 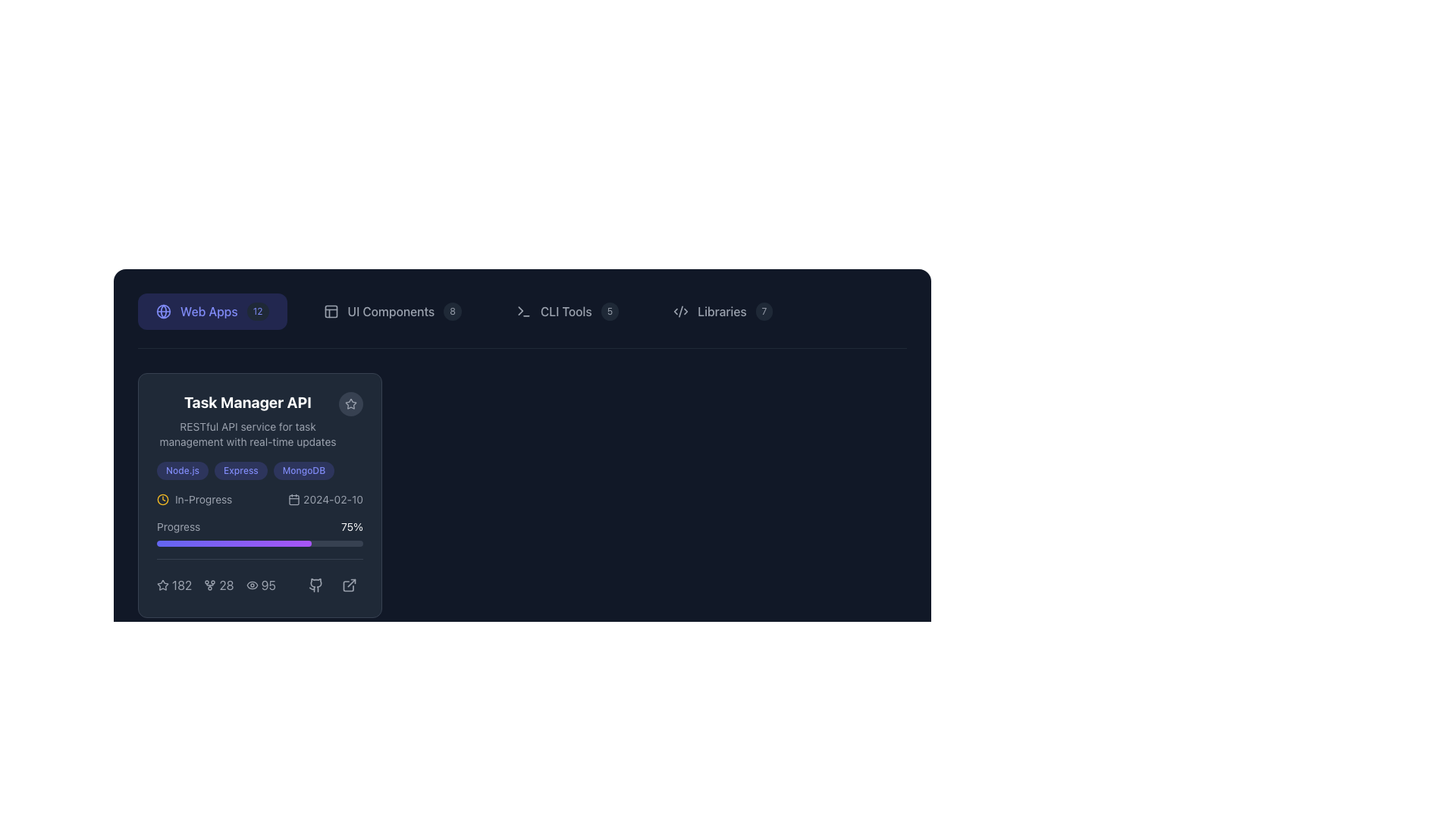 What do you see at coordinates (566, 311) in the screenshot?
I see `the navigational button for CLI tools located in the horizontal navigation bar, positioned between 'UI Components' and 'Libraries'` at bounding box center [566, 311].